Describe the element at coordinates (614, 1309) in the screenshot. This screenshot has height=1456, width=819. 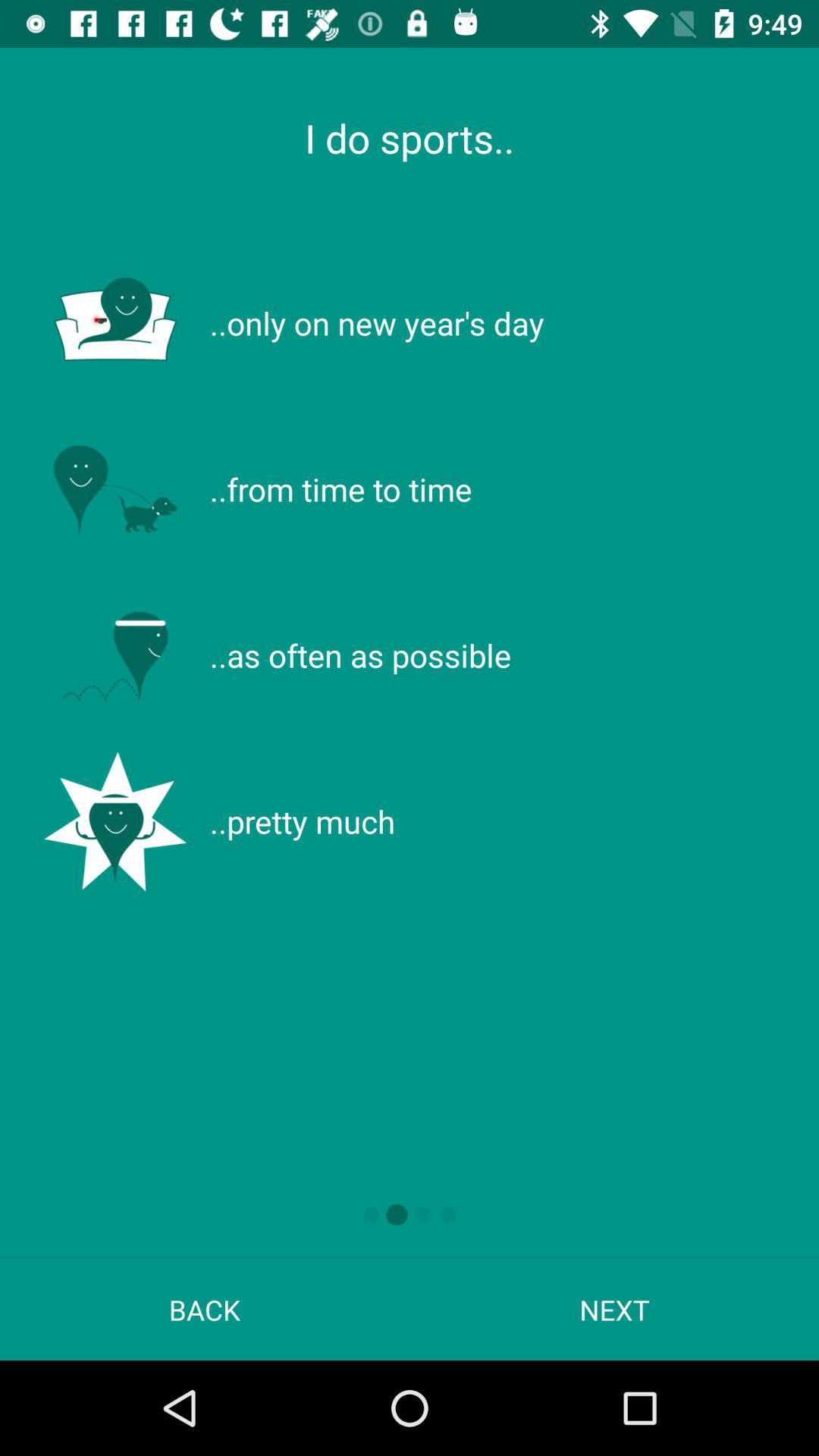
I see `app to the right of the back` at that location.